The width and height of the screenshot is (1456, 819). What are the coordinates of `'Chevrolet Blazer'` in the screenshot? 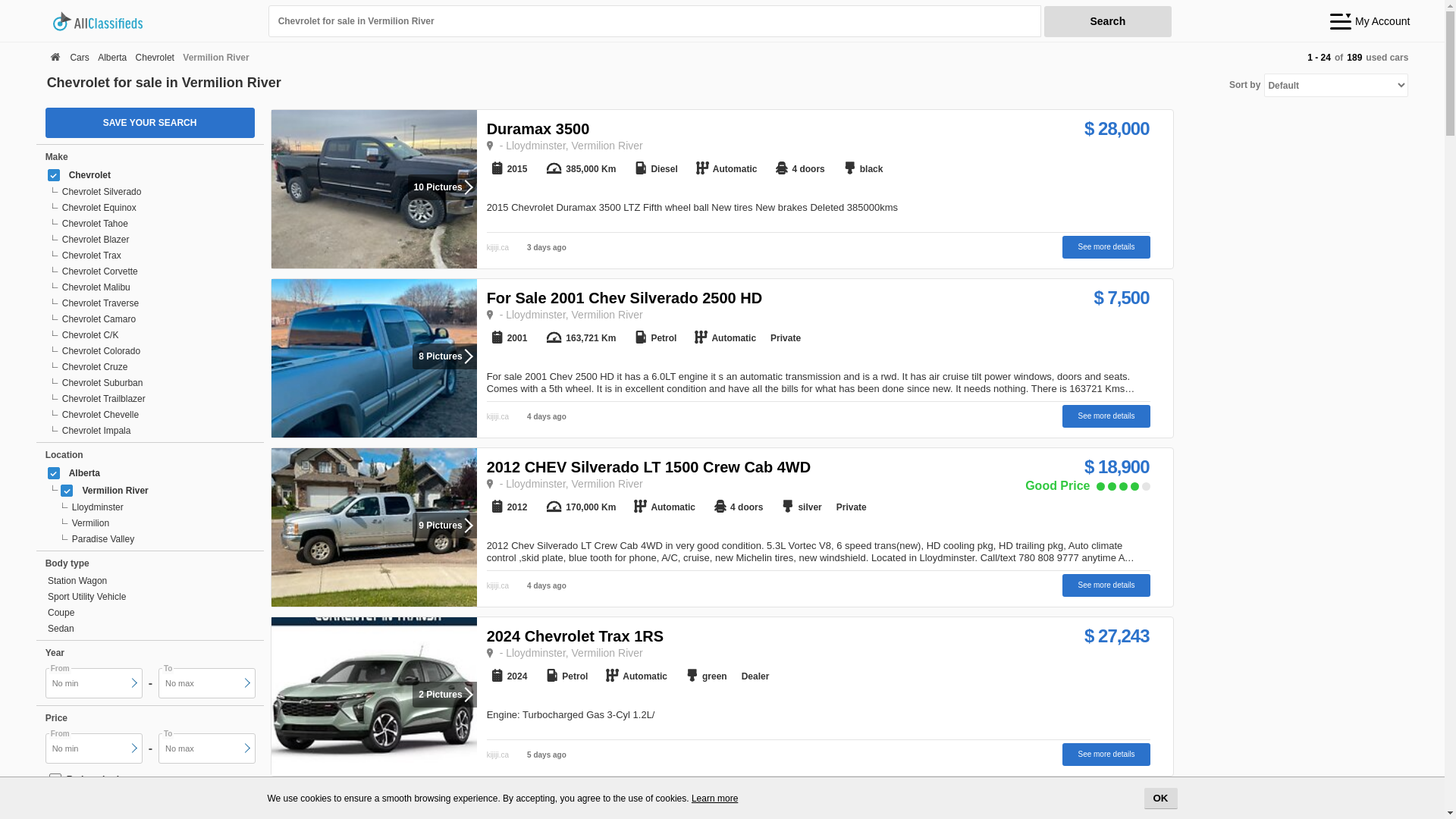 It's located at (58, 239).